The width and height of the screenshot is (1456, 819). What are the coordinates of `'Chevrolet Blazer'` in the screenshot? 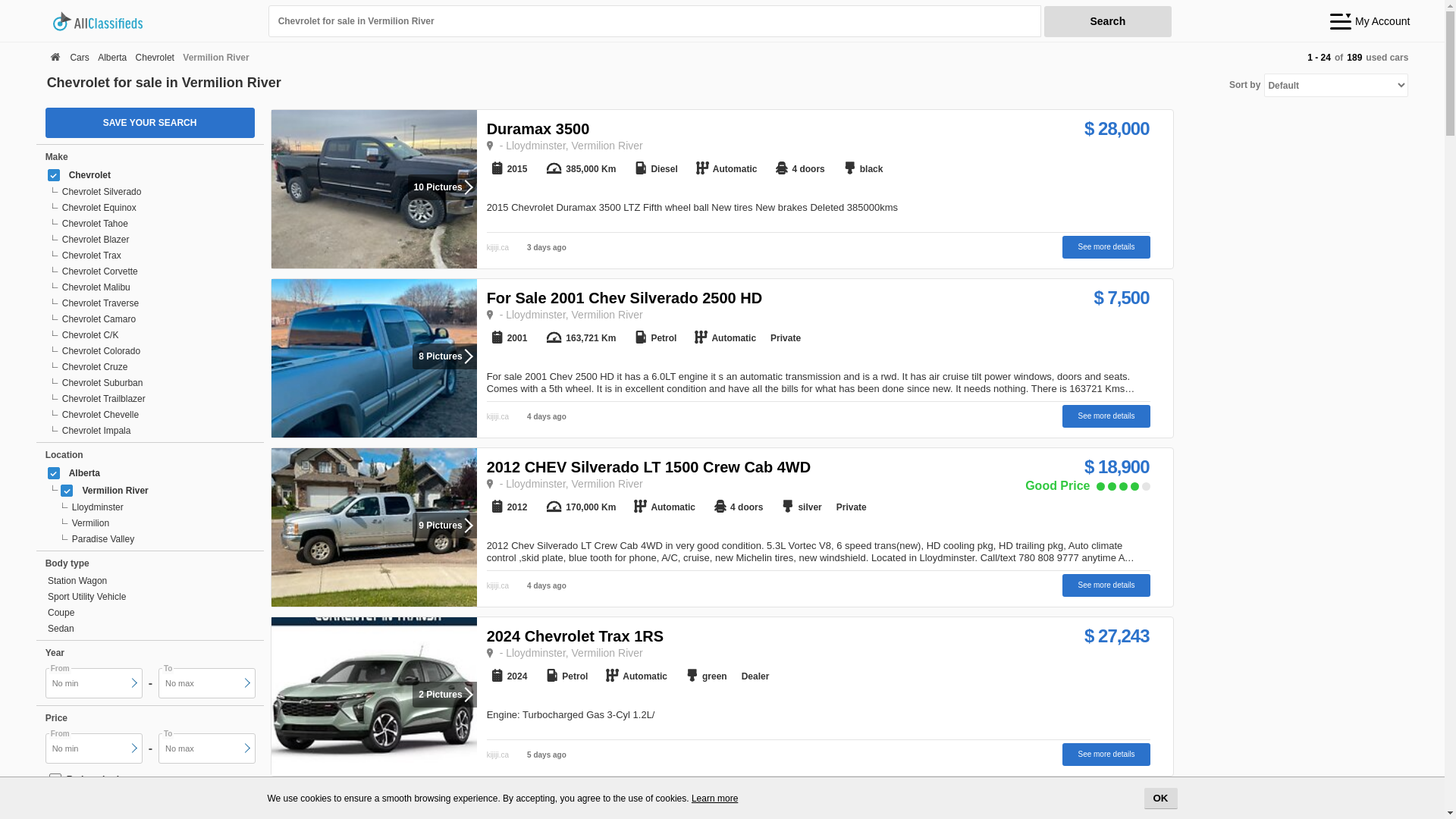 It's located at (58, 239).